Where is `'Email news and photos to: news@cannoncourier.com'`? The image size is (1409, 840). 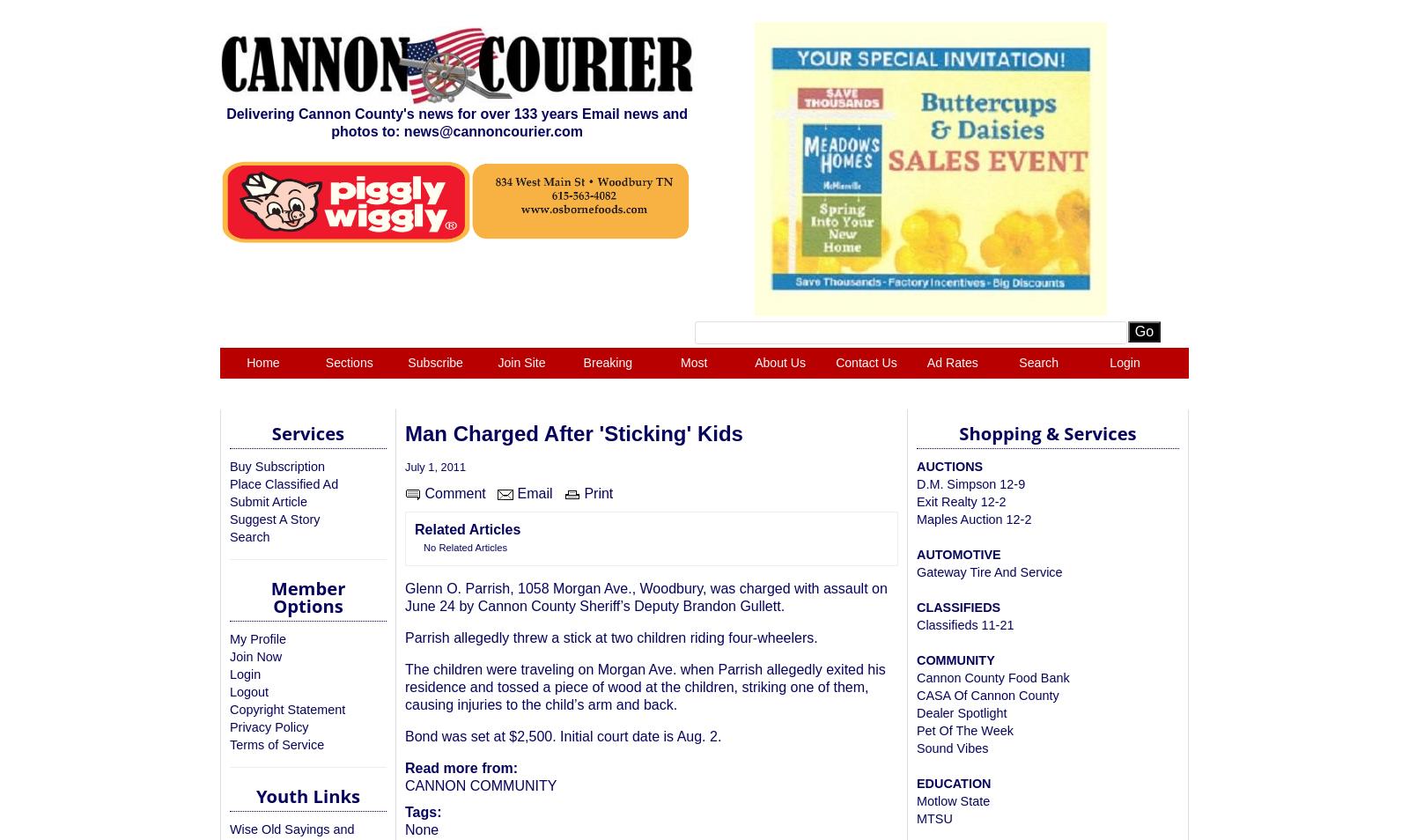
'Email news and photos to: news@cannoncourier.com' is located at coordinates (508, 121).